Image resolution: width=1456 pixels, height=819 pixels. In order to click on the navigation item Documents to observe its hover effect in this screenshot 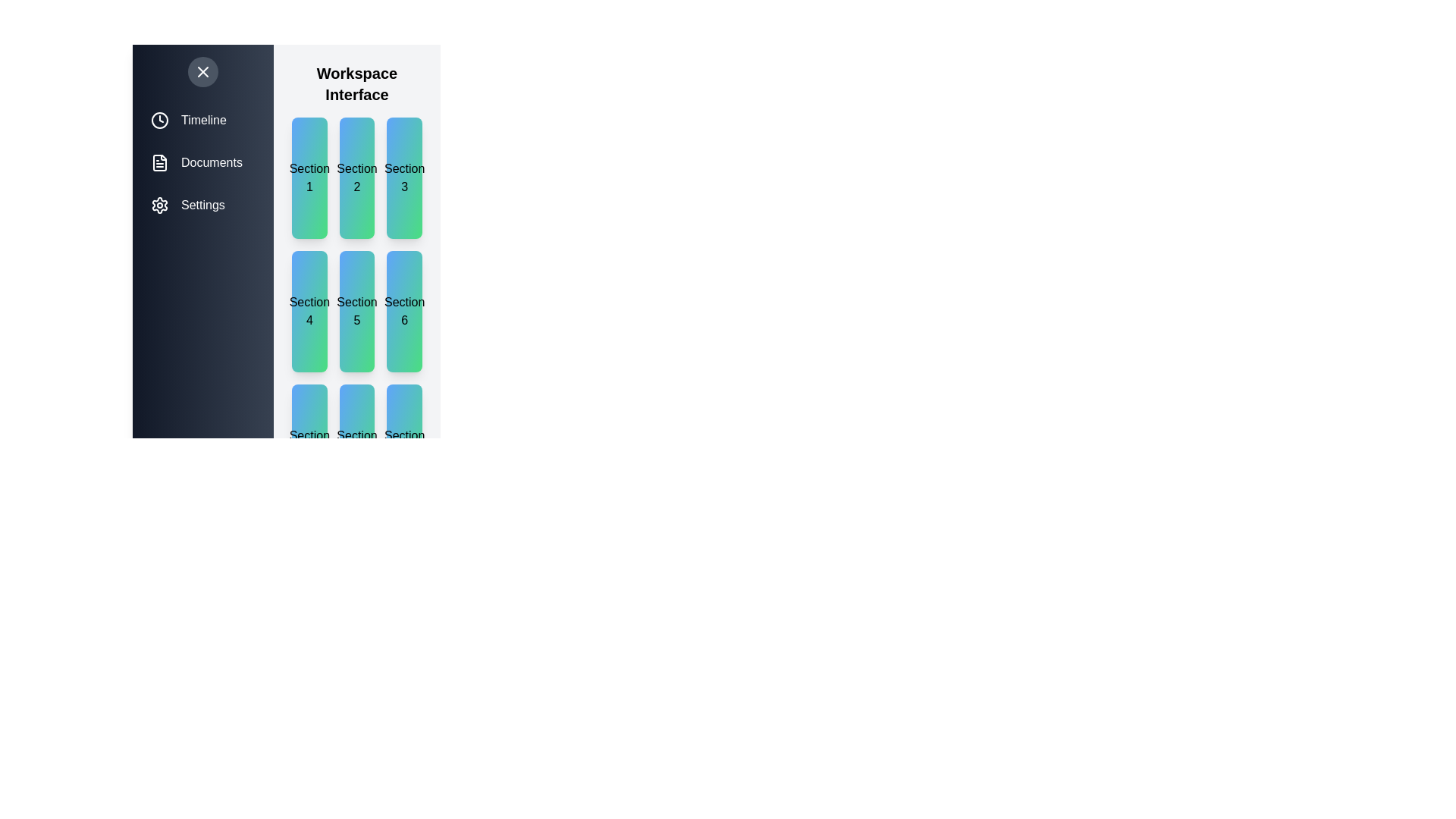, I will do `click(202, 163)`.